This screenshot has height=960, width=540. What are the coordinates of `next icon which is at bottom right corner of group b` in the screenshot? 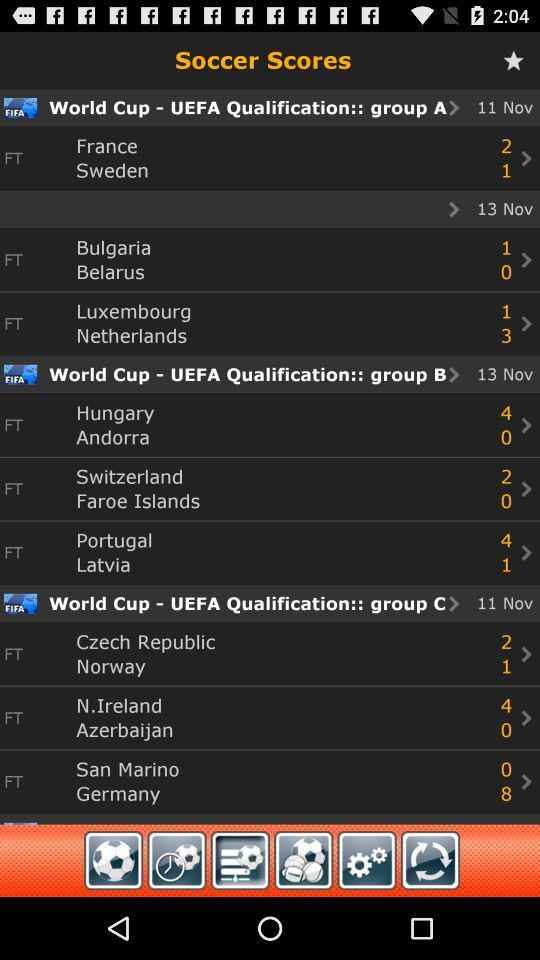 It's located at (526, 552).